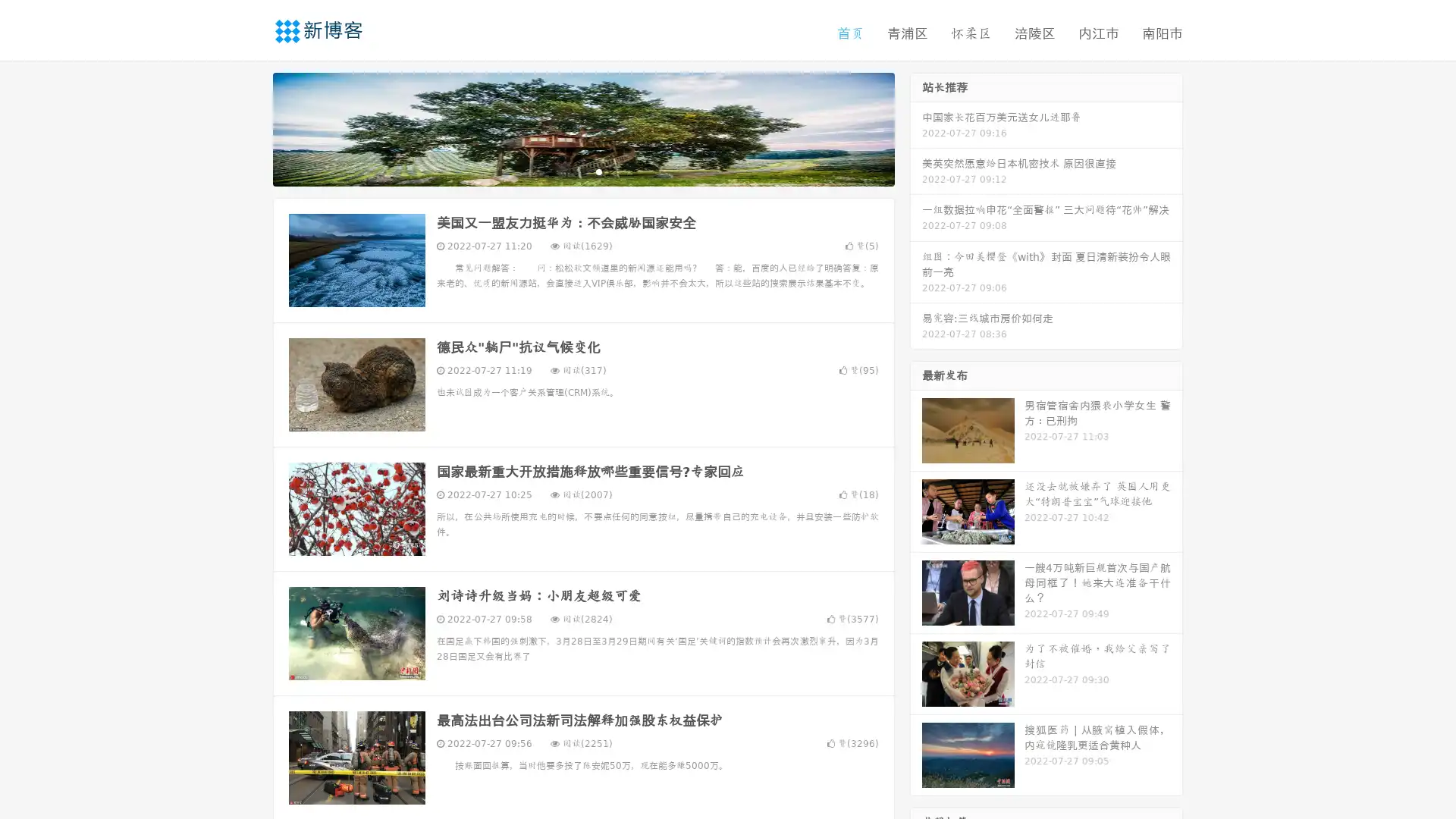  Describe the element at coordinates (598, 171) in the screenshot. I see `Go to slide 3` at that location.